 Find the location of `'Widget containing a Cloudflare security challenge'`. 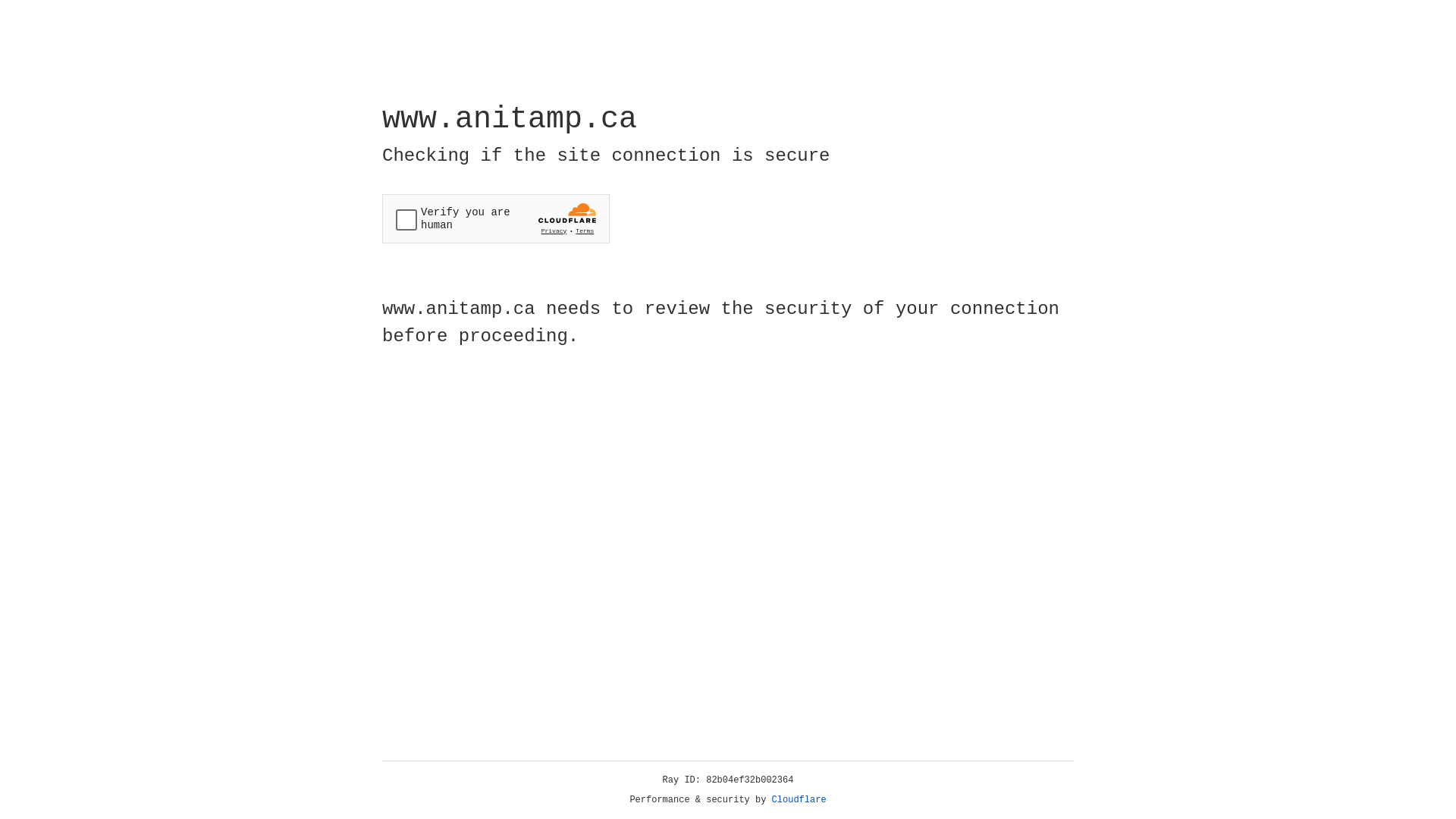

'Widget containing a Cloudflare security challenge' is located at coordinates (495, 218).